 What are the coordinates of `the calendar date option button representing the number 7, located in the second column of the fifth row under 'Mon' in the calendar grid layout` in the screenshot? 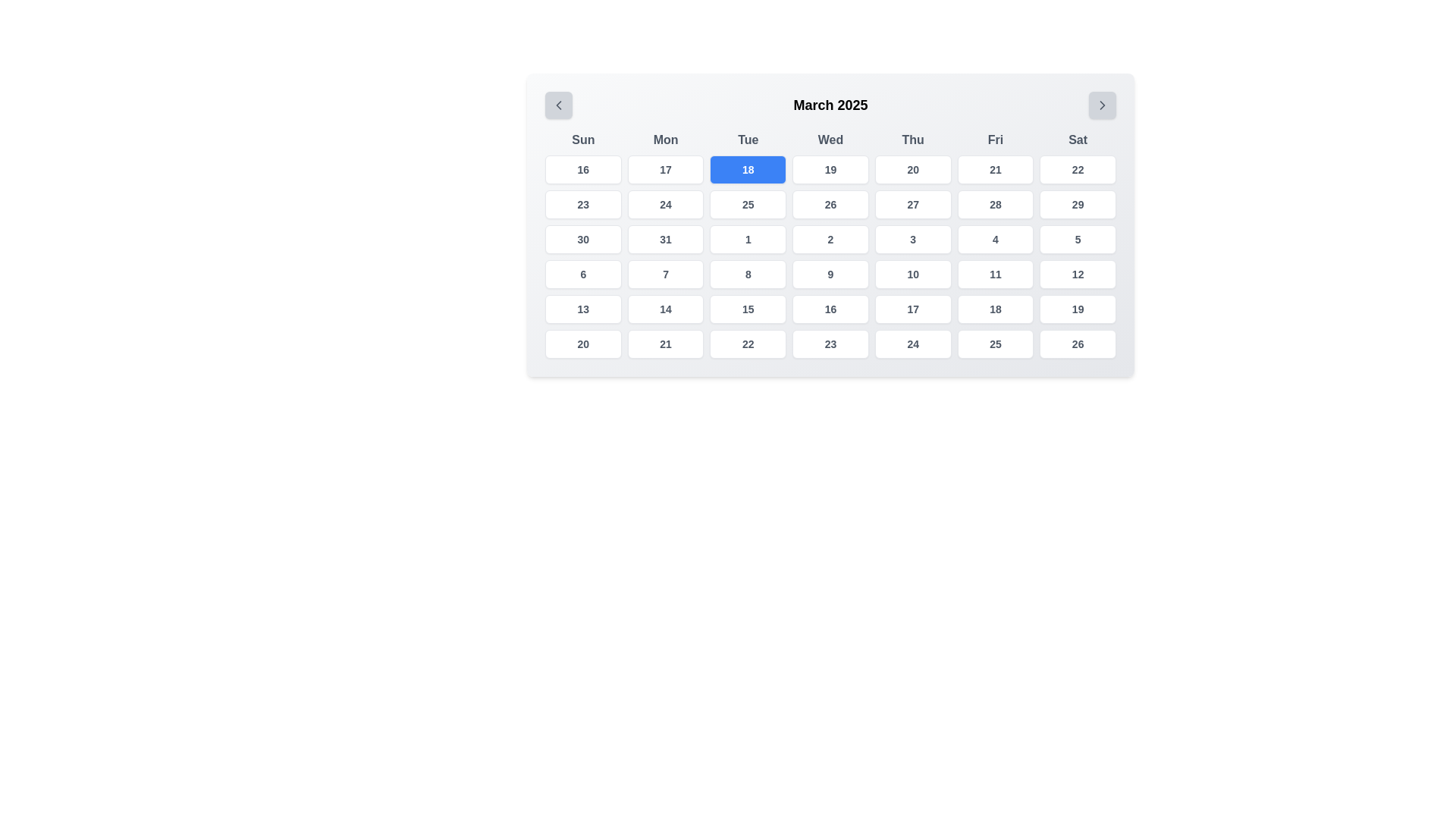 It's located at (666, 275).